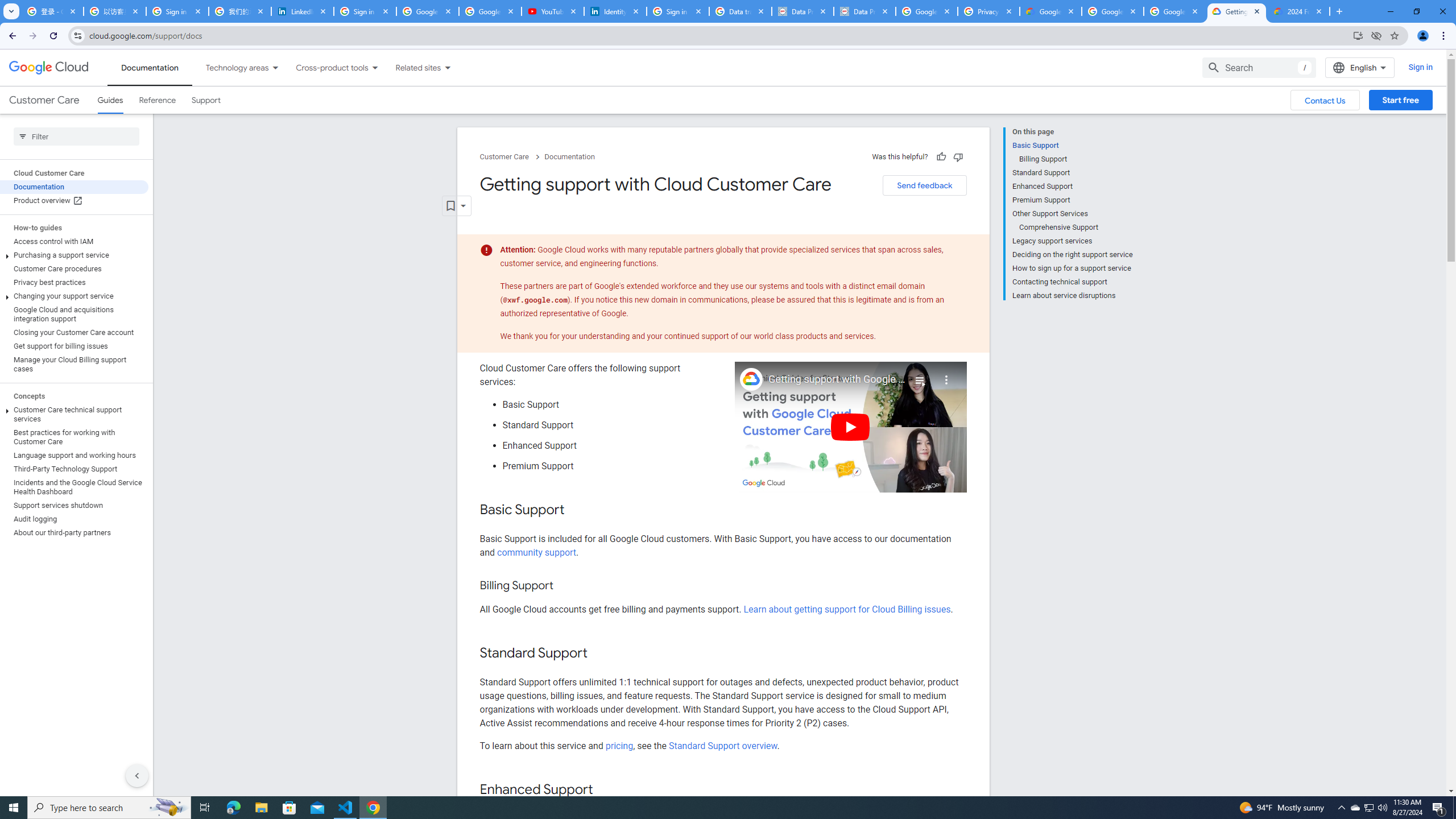 This screenshot has width=1456, height=819. Describe the element at coordinates (1072, 144) in the screenshot. I see `'Basic Support'` at that location.